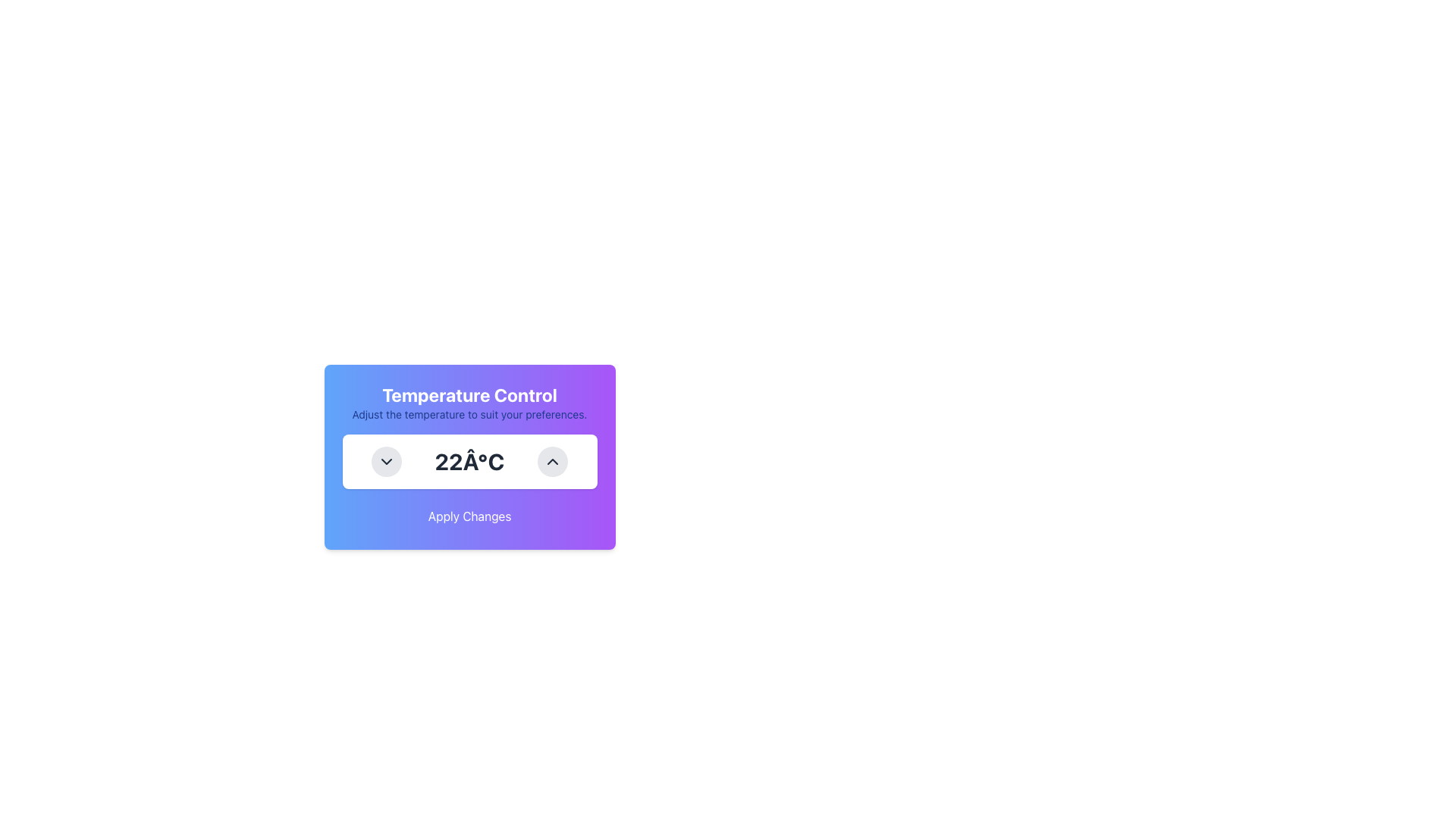 The height and width of the screenshot is (819, 1456). What do you see at coordinates (552, 461) in the screenshot?
I see `the button on the right-hand side of the temperature display to increase the temperature value` at bounding box center [552, 461].